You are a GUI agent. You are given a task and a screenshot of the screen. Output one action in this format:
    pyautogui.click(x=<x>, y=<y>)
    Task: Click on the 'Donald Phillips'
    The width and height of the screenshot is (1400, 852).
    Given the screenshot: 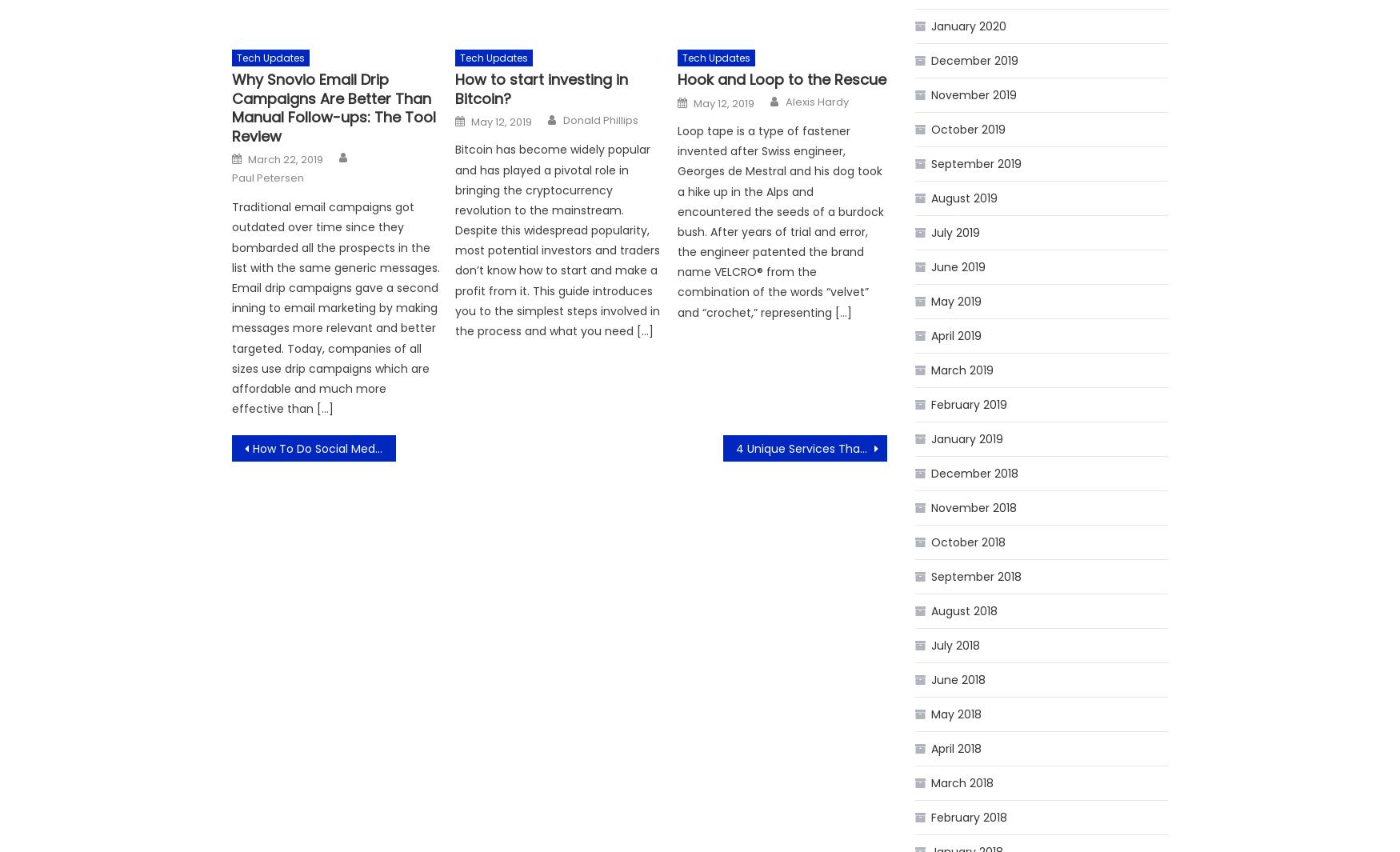 What is the action you would take?
    pyautogui.click(x=562, y=119)
    